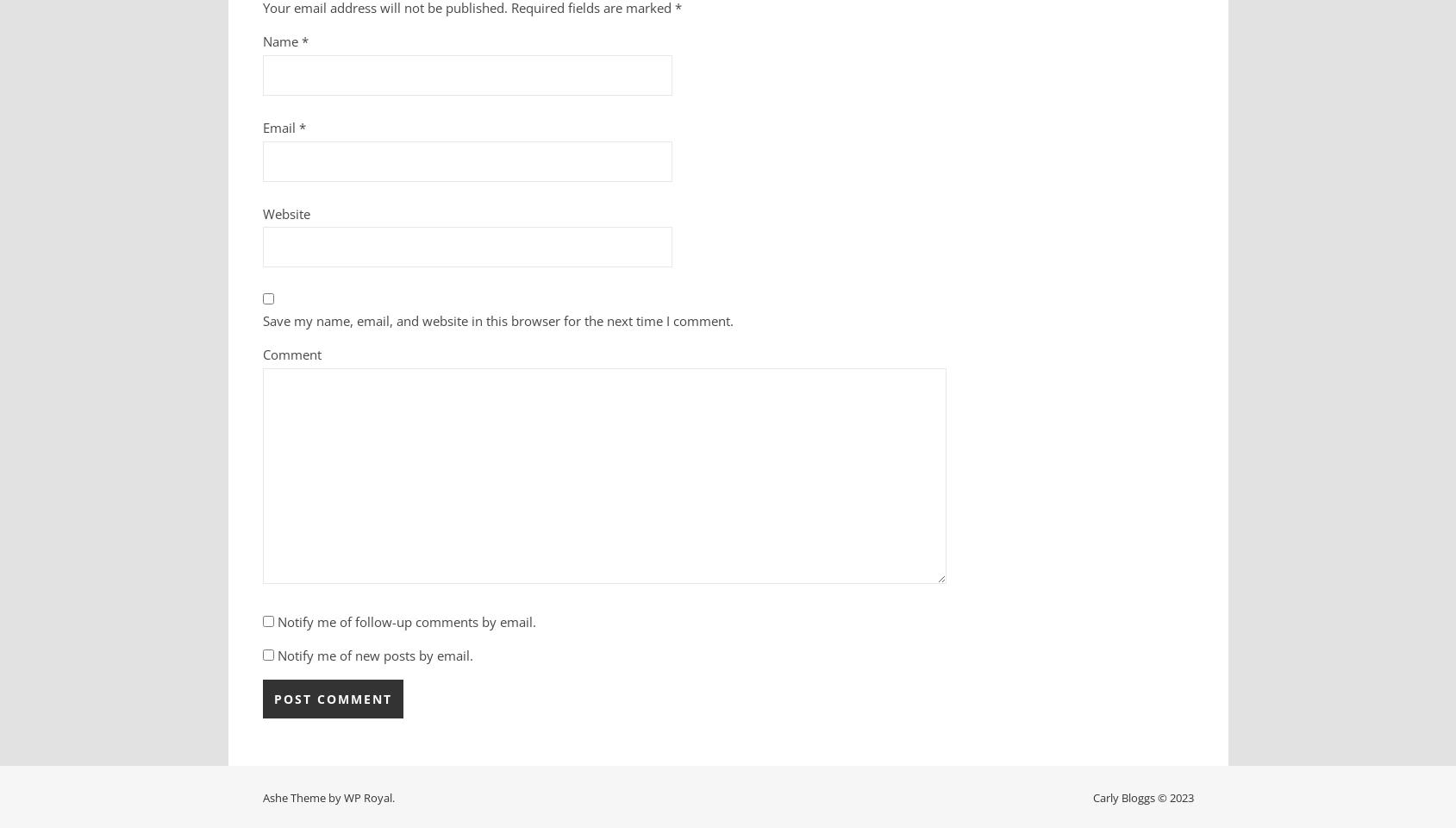 The image size is (1456, 828). What do you see at coordinates (496, 319) in the screenshot?
I see `'Save my name, email, and website in this browser for the next time I comment.'` at bounding box center [496, 319].